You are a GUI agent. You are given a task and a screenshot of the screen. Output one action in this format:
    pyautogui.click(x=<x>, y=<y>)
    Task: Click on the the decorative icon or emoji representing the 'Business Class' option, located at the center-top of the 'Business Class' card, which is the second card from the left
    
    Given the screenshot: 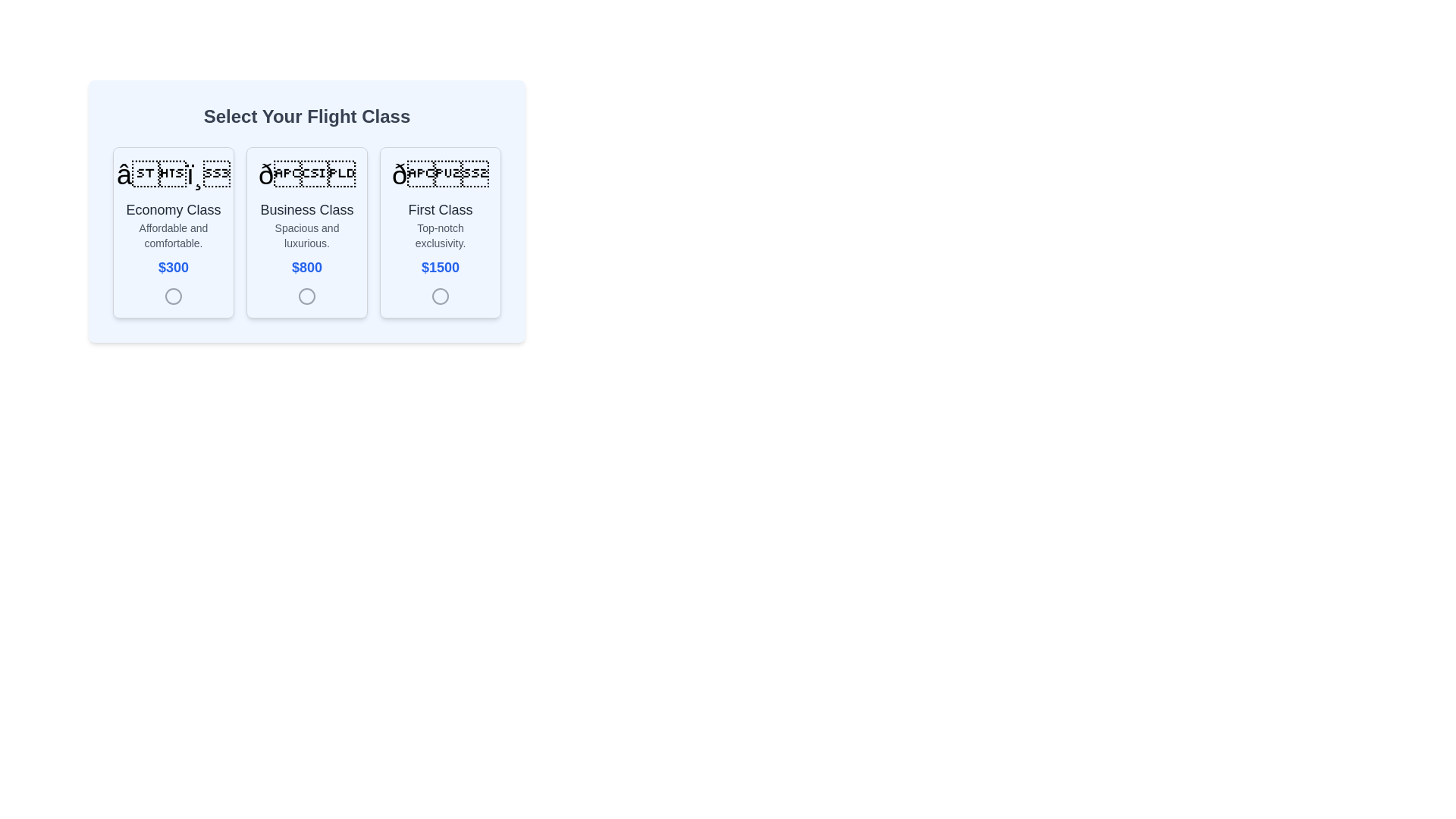 What is the action you would take?
    pyautogui.click(x=306, y=174)
    